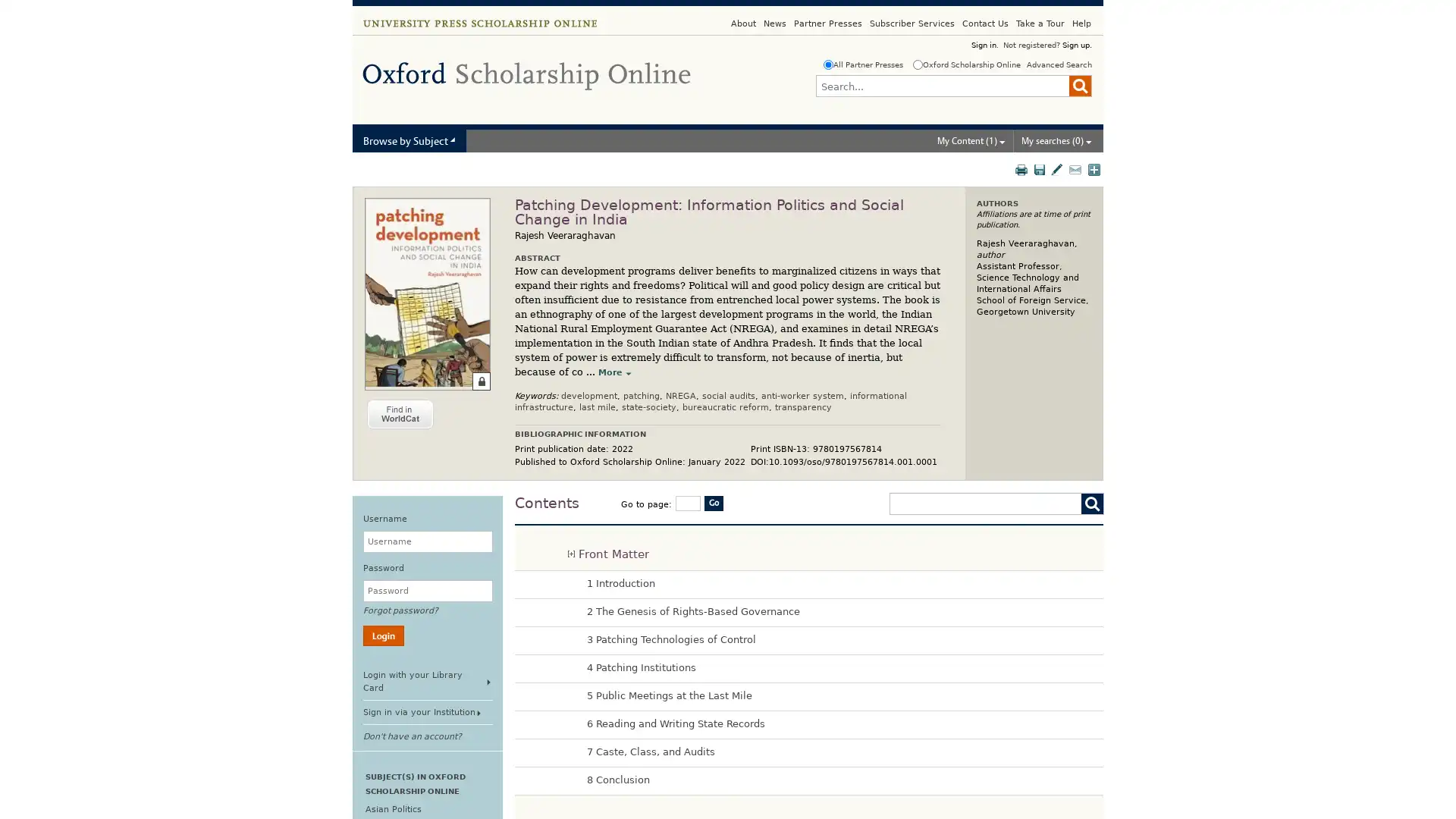 This screenshot has height=819, width=1456. Describe the element at coordinates (1088, 504) in the screenshot. I see `GO` at that location.